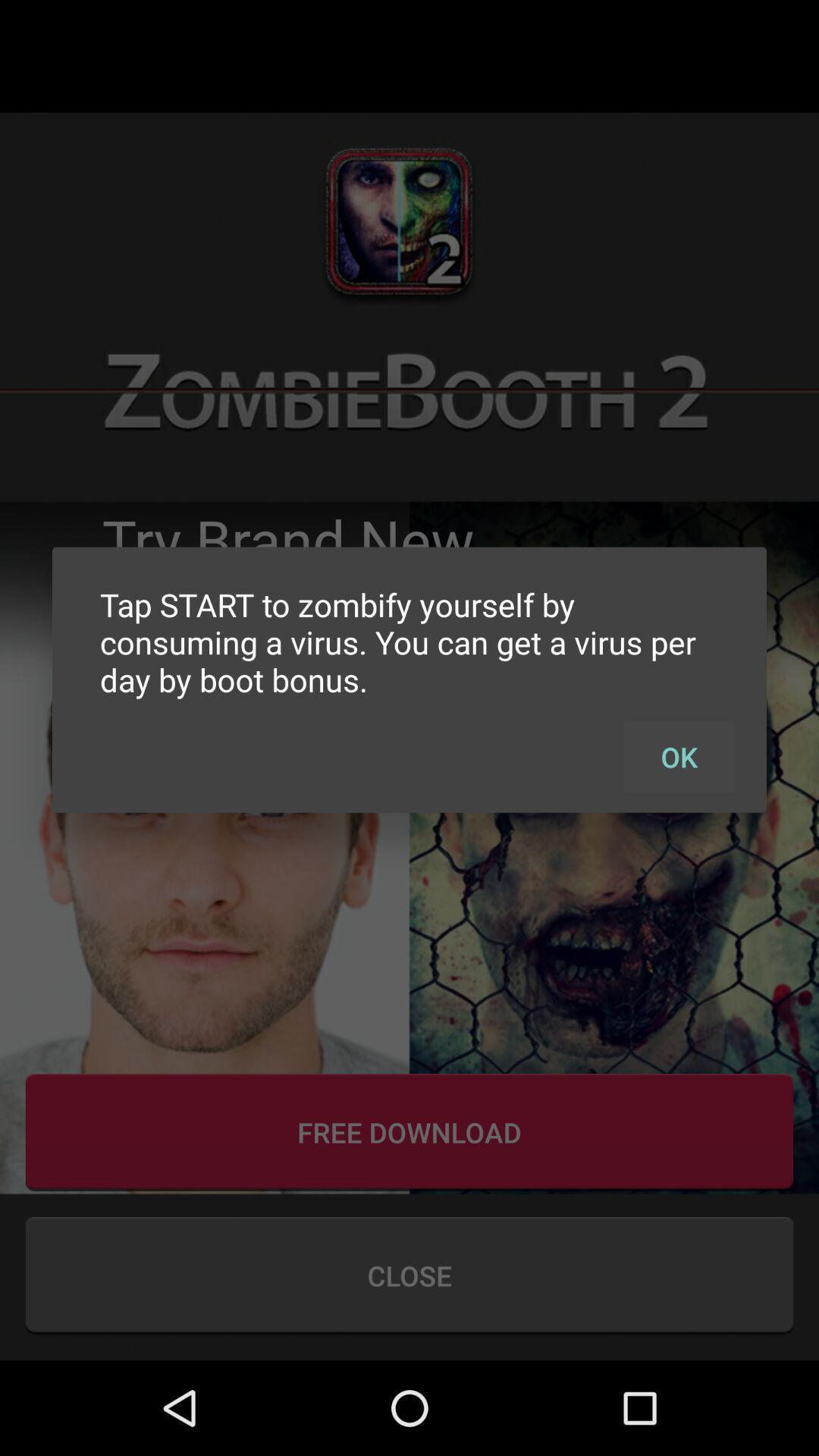 The width and height of the screenshot is (819, 1456). Describe the element at coordinates (784, 1203) in the screenshot. I see `the star icon` at that location.